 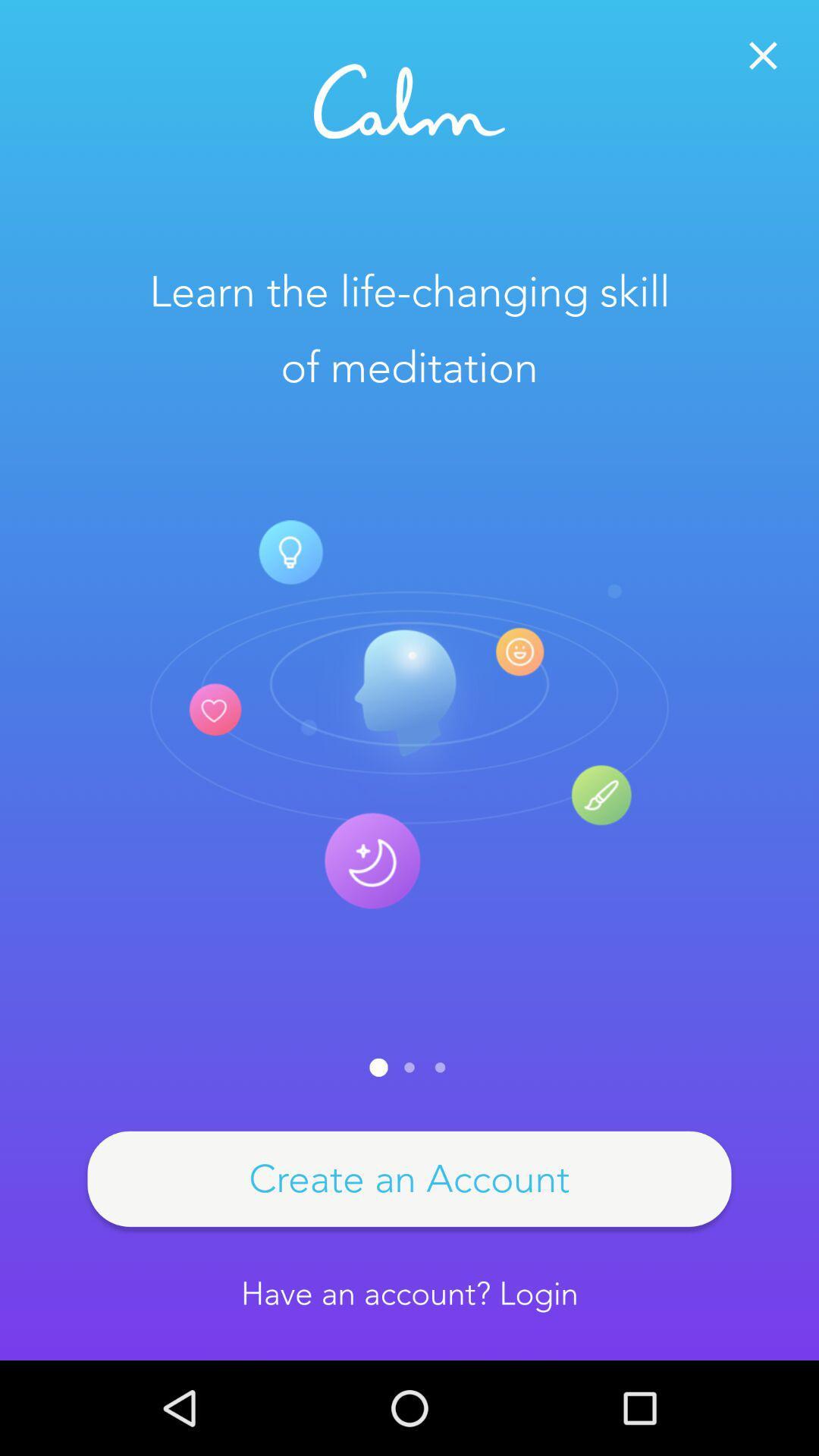 I want to click on close, so click(x=763, y=55).